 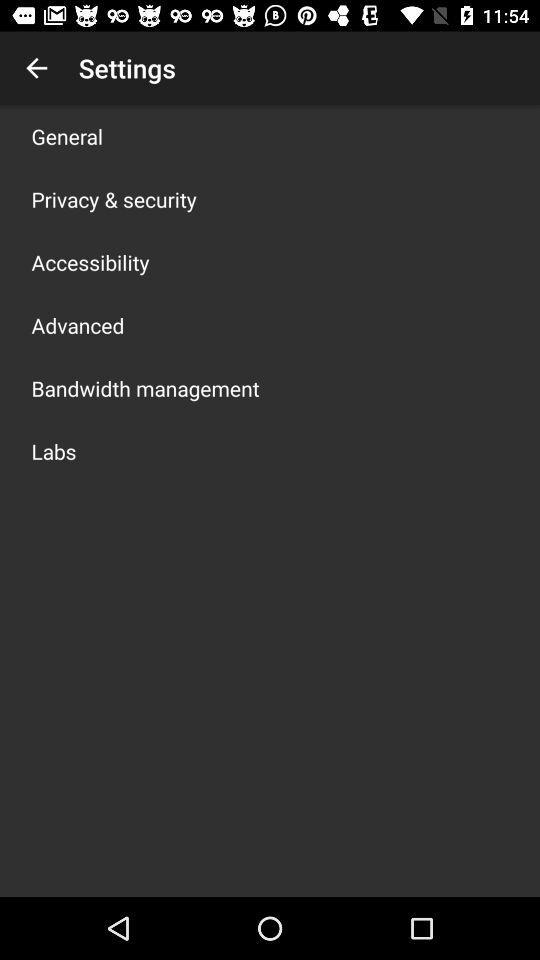 I want to click on icon above the privacy & security, so click(x=67, y=135).